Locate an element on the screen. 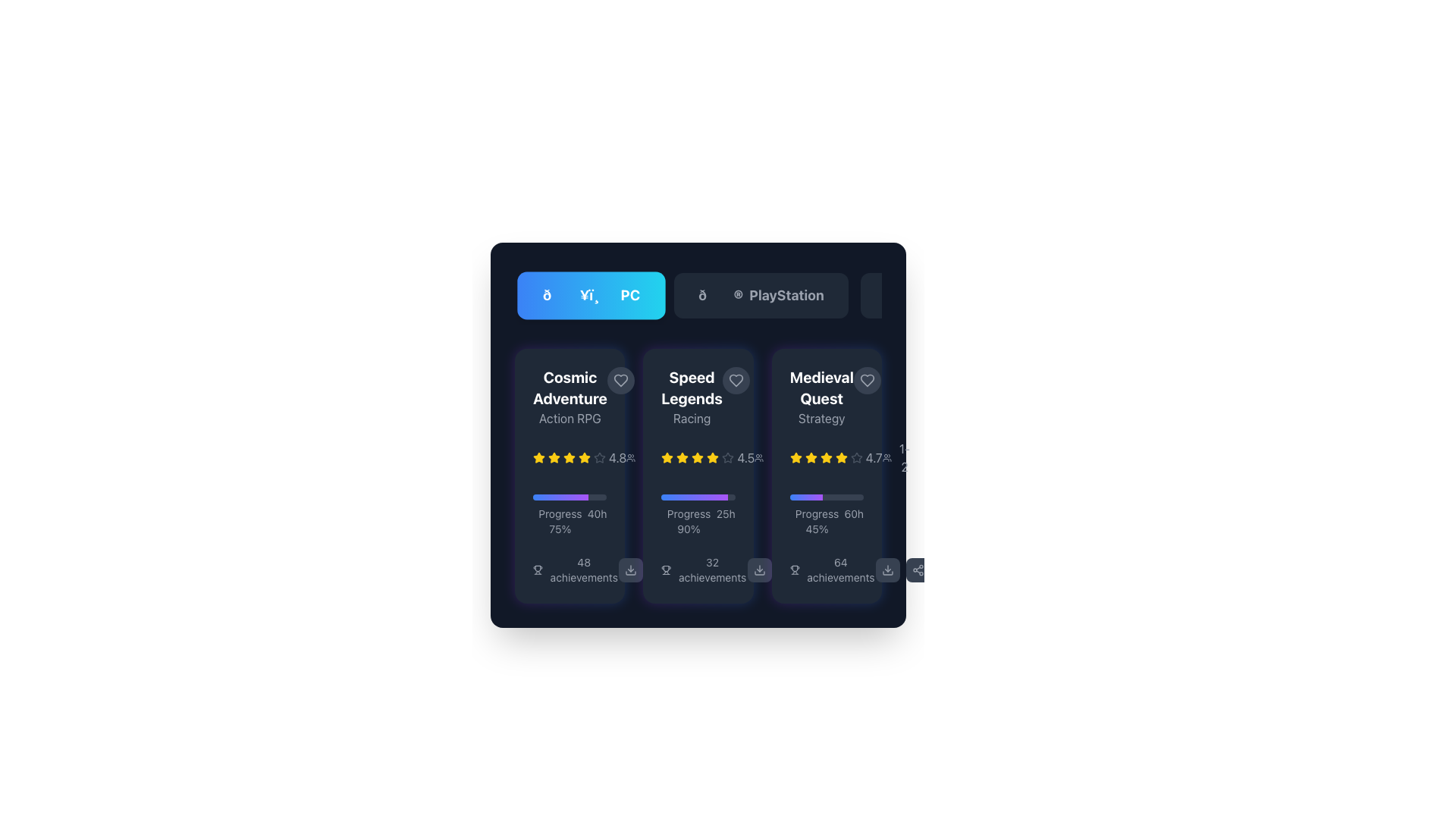  the first yellow star icon used for rating display in the 'Cosmic Adventure' game card, which is prominently located on the left side of the card layout is located at coordinates (538, 457).